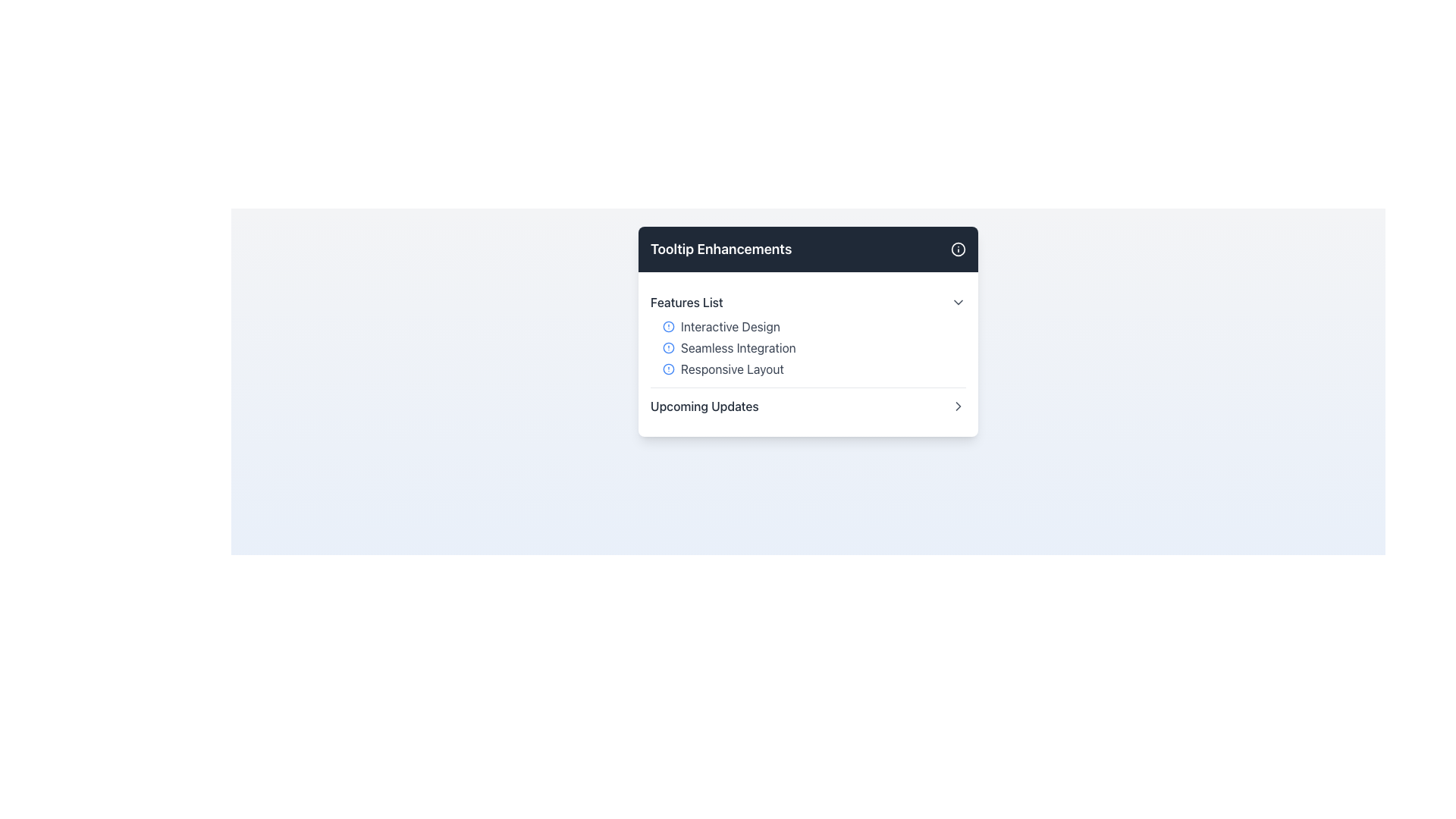  I want to click on Circle (vector graphic) that serves as a graphical indicator for the 'Seamless Integration' item in the 'Features List' section, so click(668, 348).